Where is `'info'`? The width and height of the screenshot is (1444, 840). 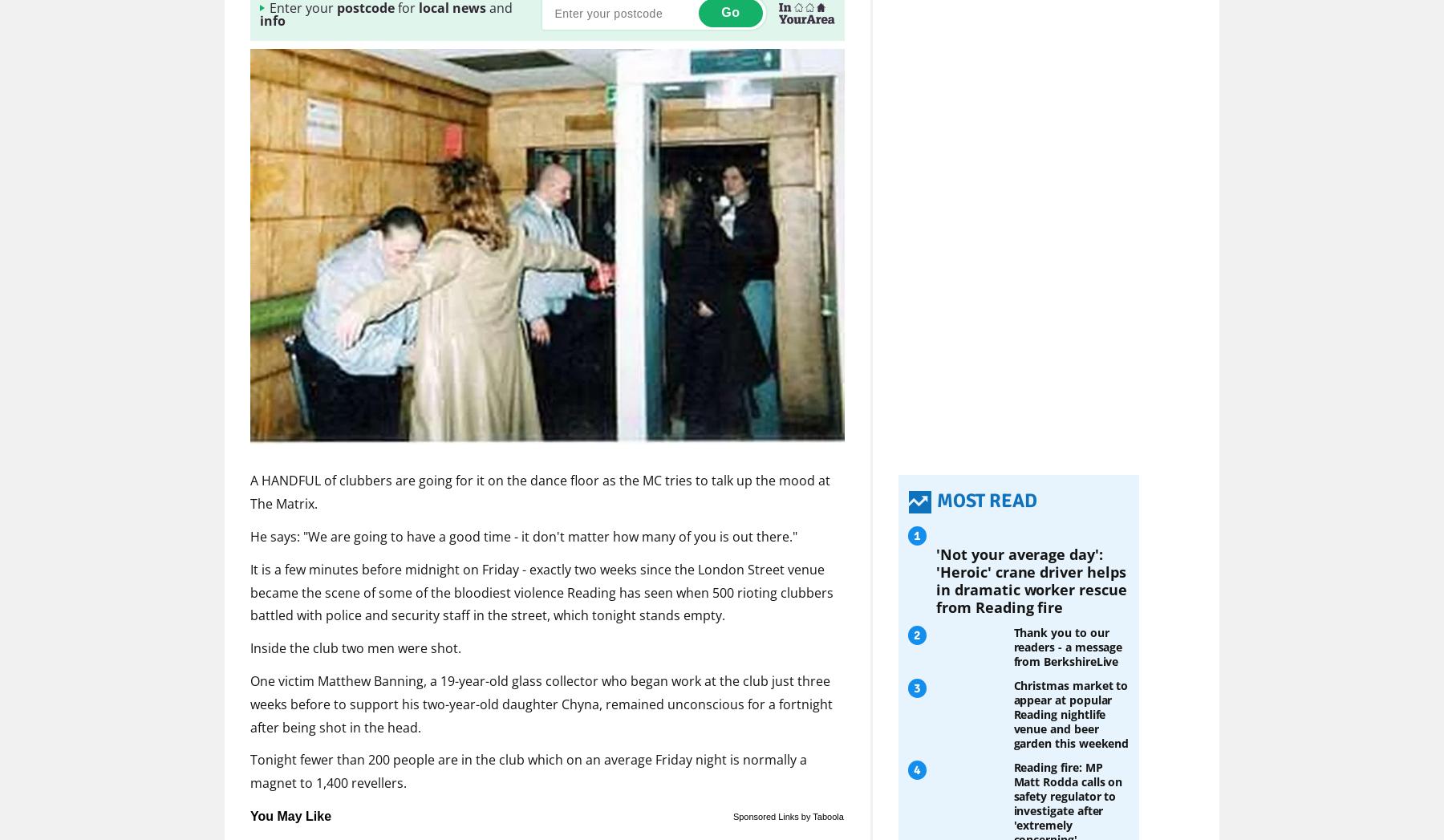
'info' is located at coordinates (273, 19).